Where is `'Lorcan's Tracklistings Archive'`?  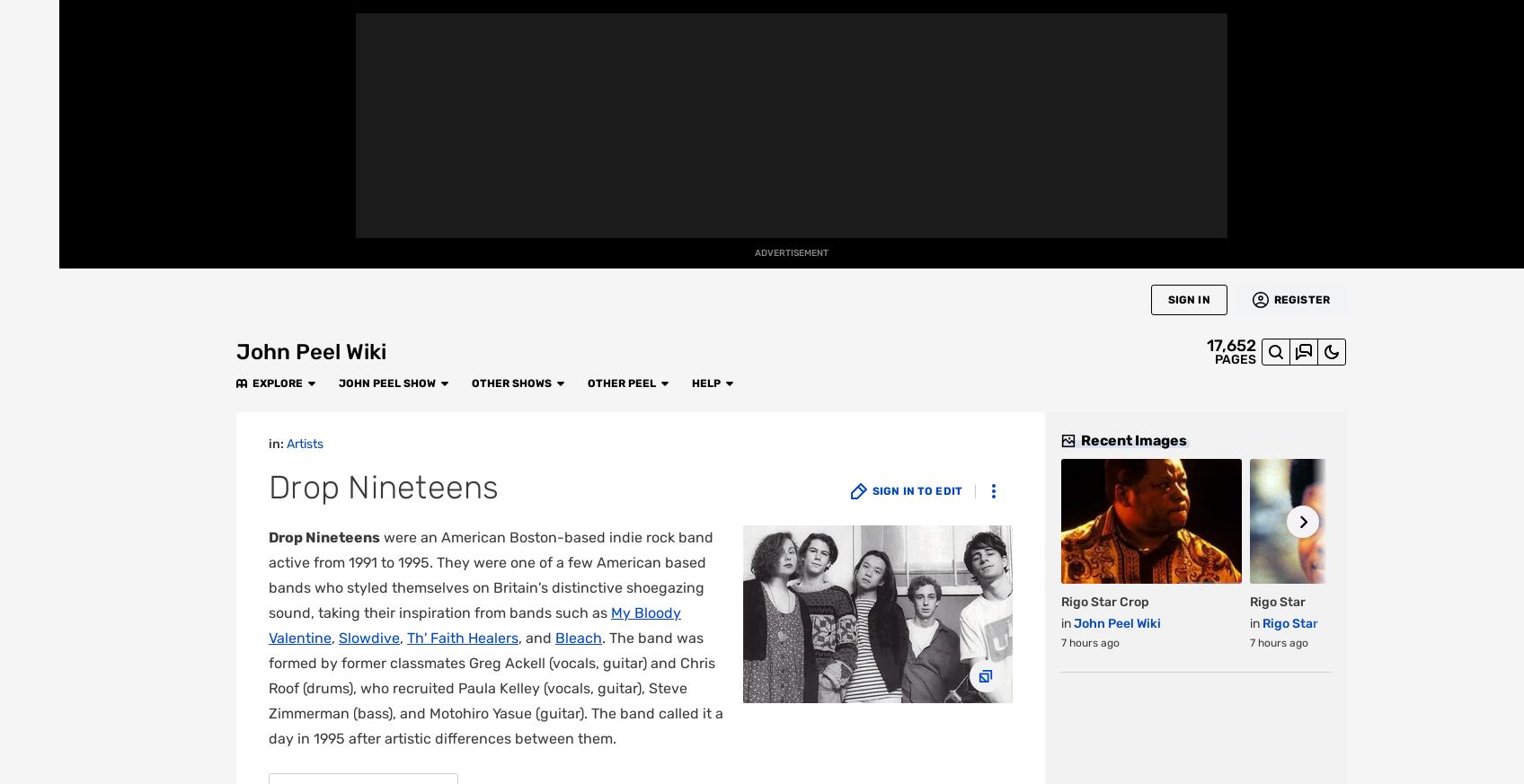
'Lorcan's Tracklistings Archive' is located at coordinates (849, 128).